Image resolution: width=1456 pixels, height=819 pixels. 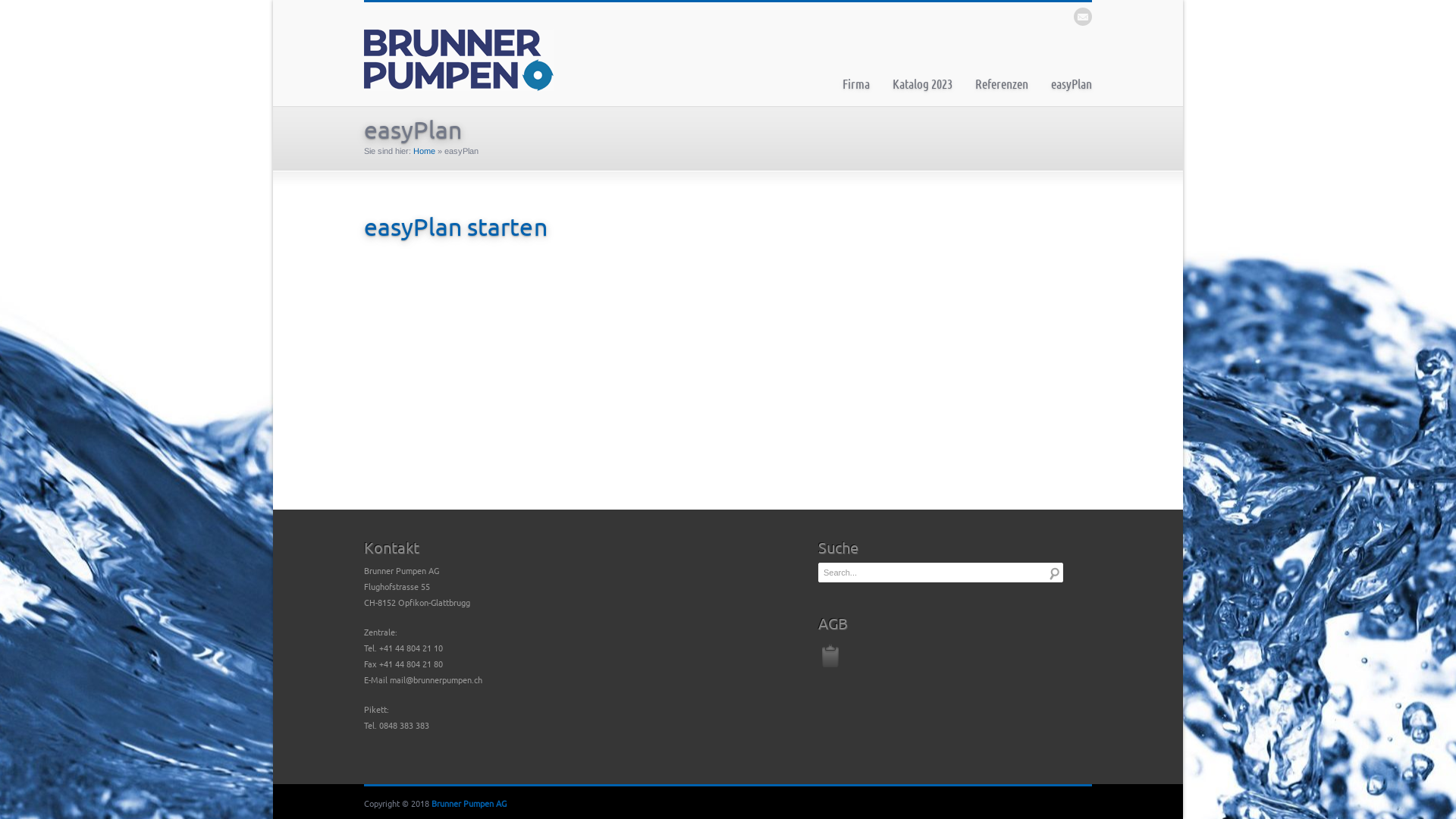 What do you see at coordinates (424, 151) in the screenshot?
I see `'Home'` at bounding box center [424, 151].